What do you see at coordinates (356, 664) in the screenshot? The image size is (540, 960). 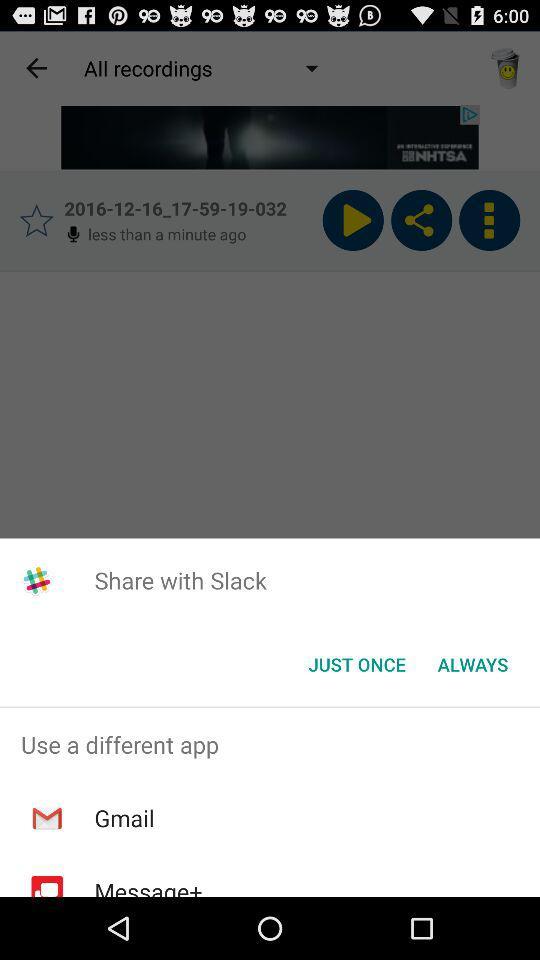 I see `just once item` at bounding box center [356, 664].